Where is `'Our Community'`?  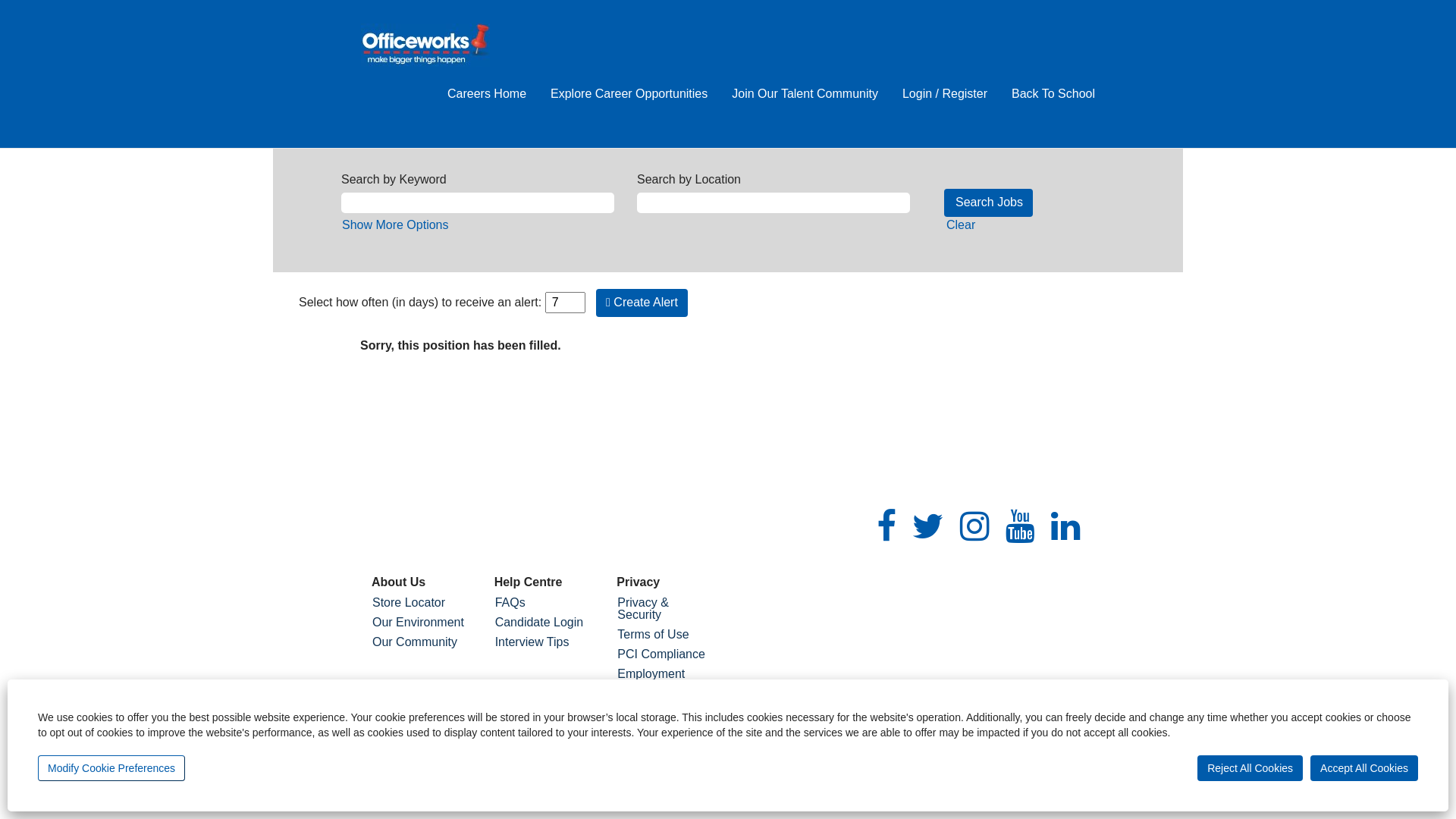
'Our Community' is located at coordinates (371, 642).